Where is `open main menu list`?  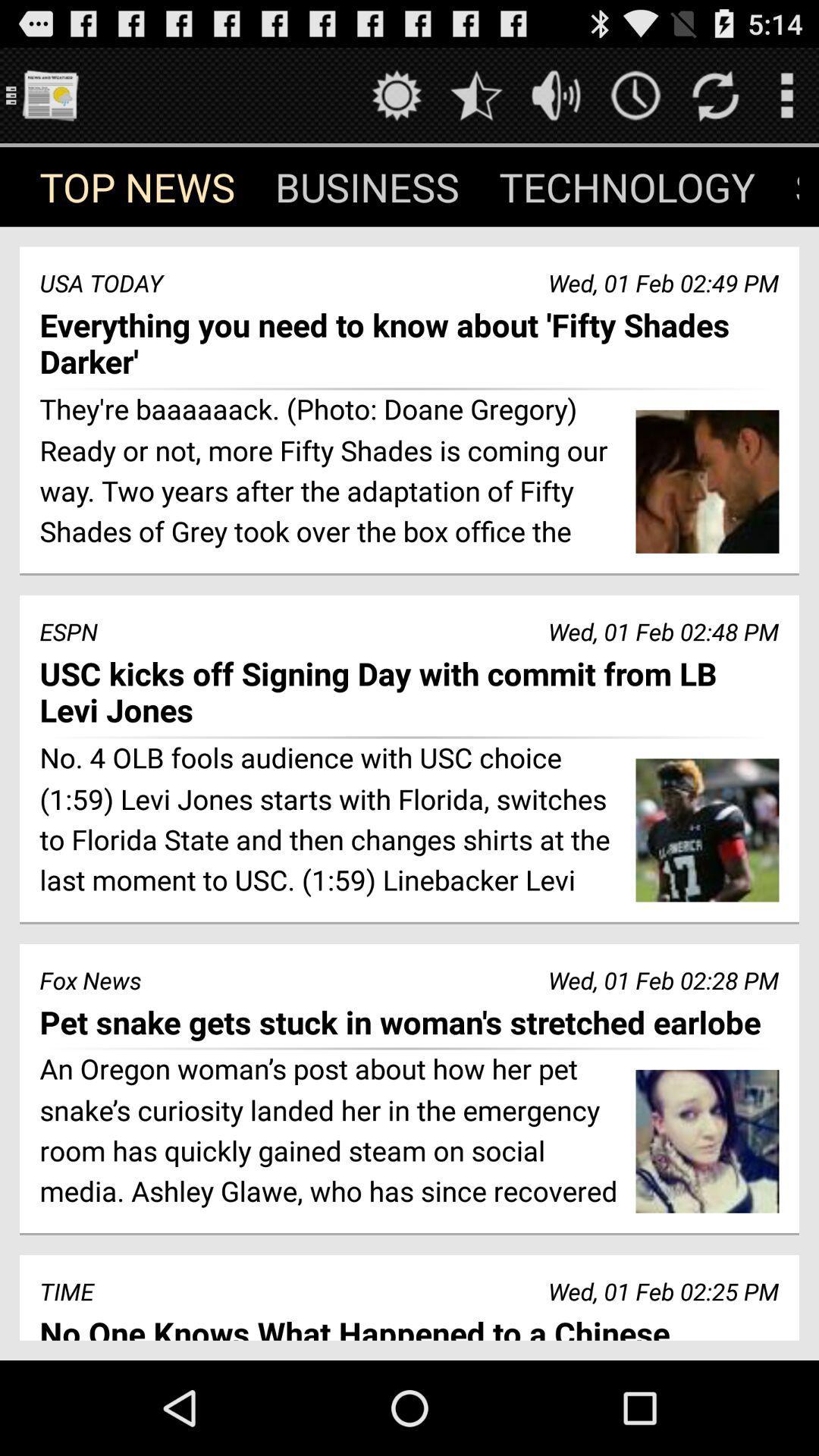 open main menu list is located at coordinates (49, 94).